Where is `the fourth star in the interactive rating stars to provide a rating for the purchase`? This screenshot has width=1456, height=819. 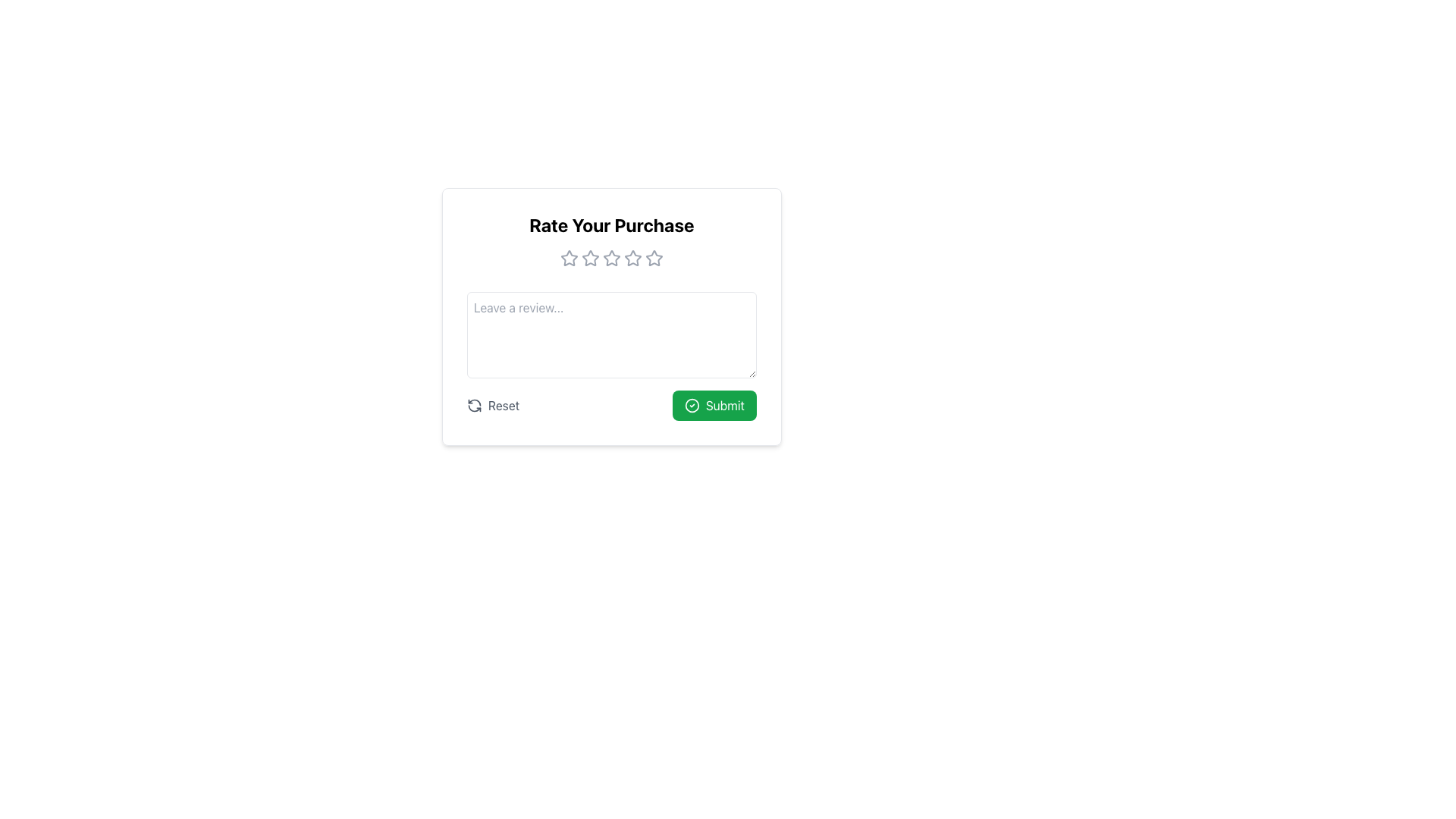 the fourth star in the interactive rating stars to provide a rating for the purchase is located at coordinates (633, 257).